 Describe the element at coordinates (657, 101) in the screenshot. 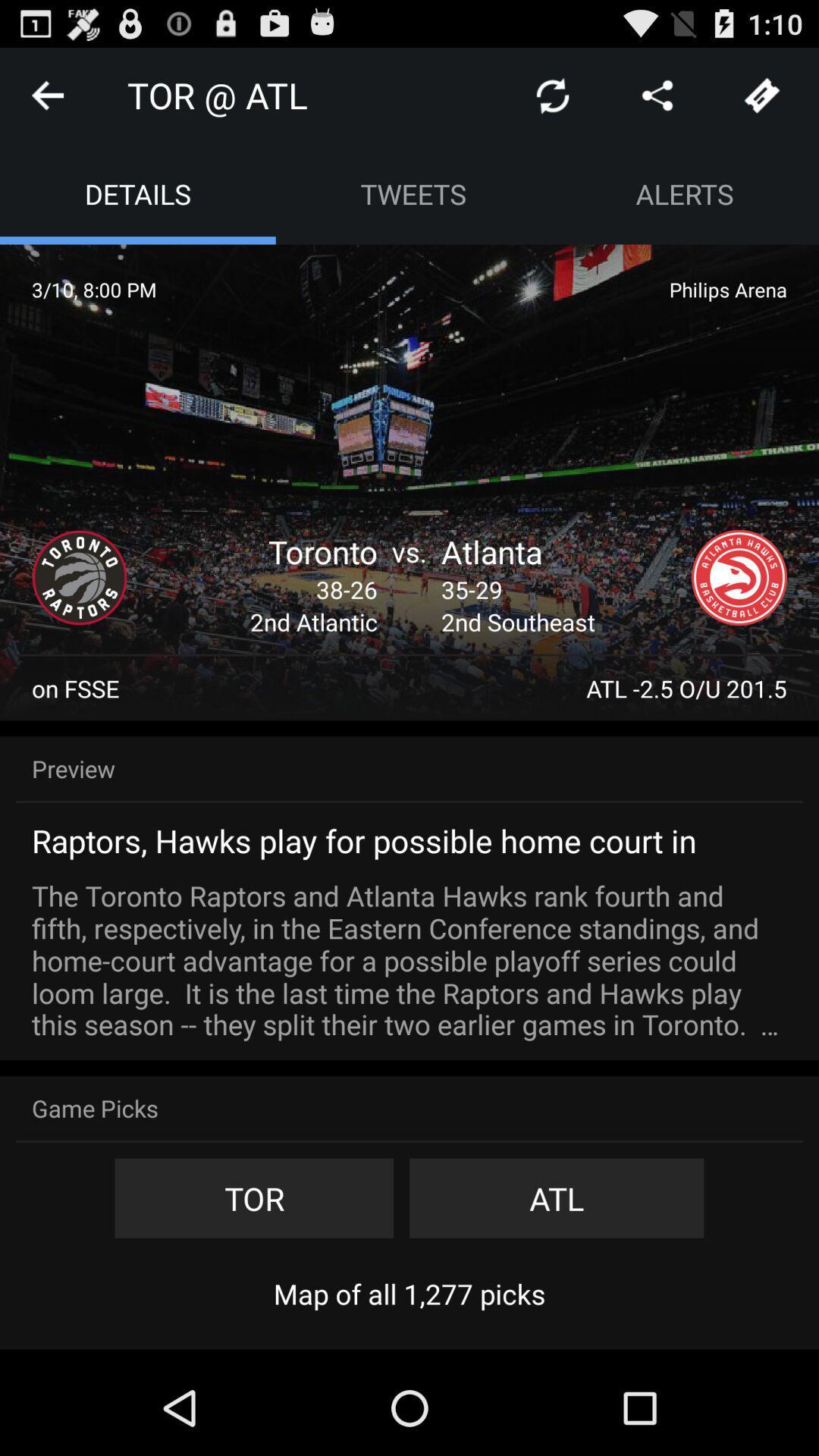

I see `the share icon` at that location.